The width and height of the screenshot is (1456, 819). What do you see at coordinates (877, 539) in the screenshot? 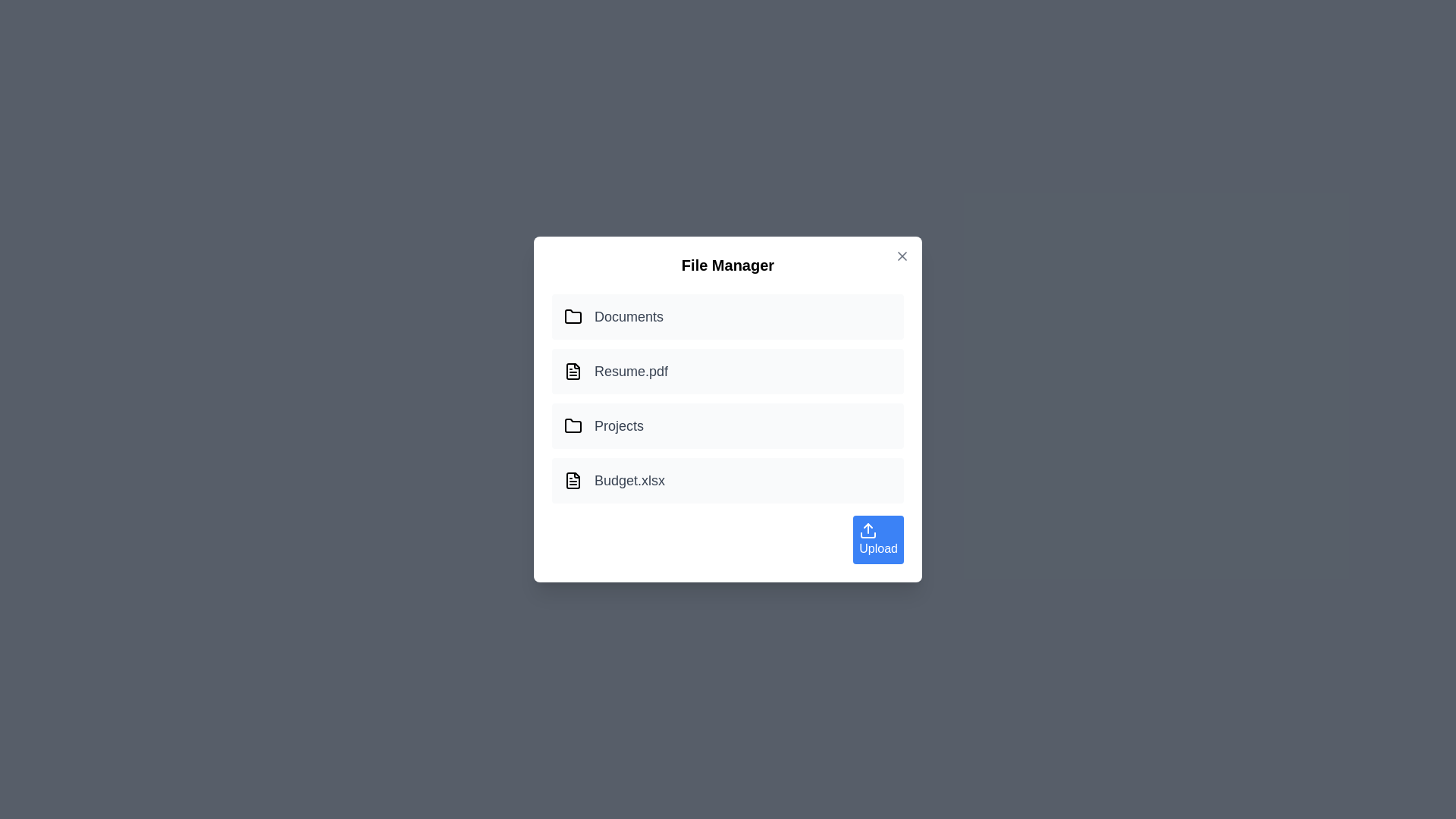
I see `the upload button to initiate file upload` at bounding box center [877, 539].